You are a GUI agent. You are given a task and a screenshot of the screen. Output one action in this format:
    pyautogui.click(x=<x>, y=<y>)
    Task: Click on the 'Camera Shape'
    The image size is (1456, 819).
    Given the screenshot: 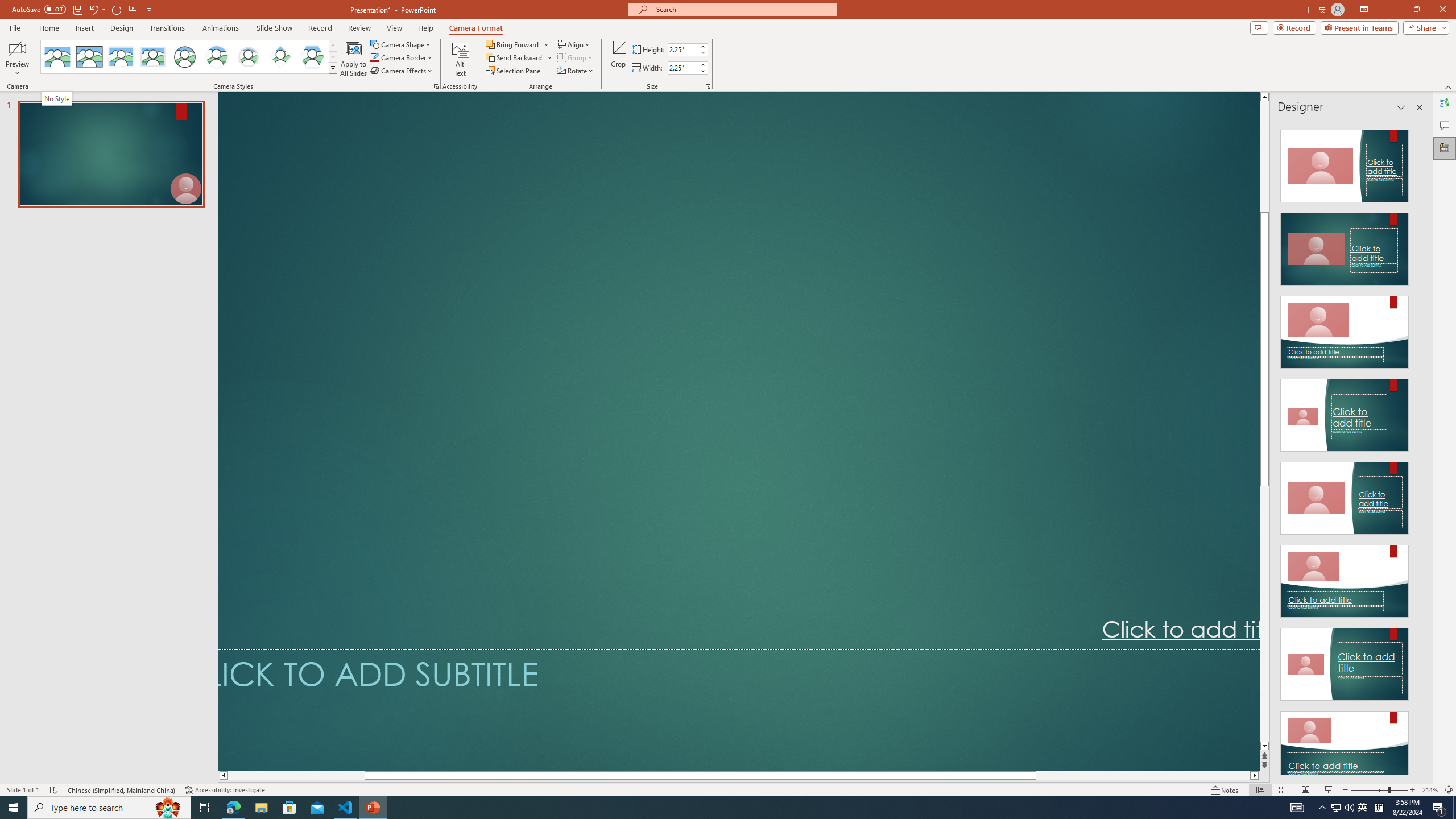 What is the action you would take?
    pyautogui.click(x=401, y=44)
    